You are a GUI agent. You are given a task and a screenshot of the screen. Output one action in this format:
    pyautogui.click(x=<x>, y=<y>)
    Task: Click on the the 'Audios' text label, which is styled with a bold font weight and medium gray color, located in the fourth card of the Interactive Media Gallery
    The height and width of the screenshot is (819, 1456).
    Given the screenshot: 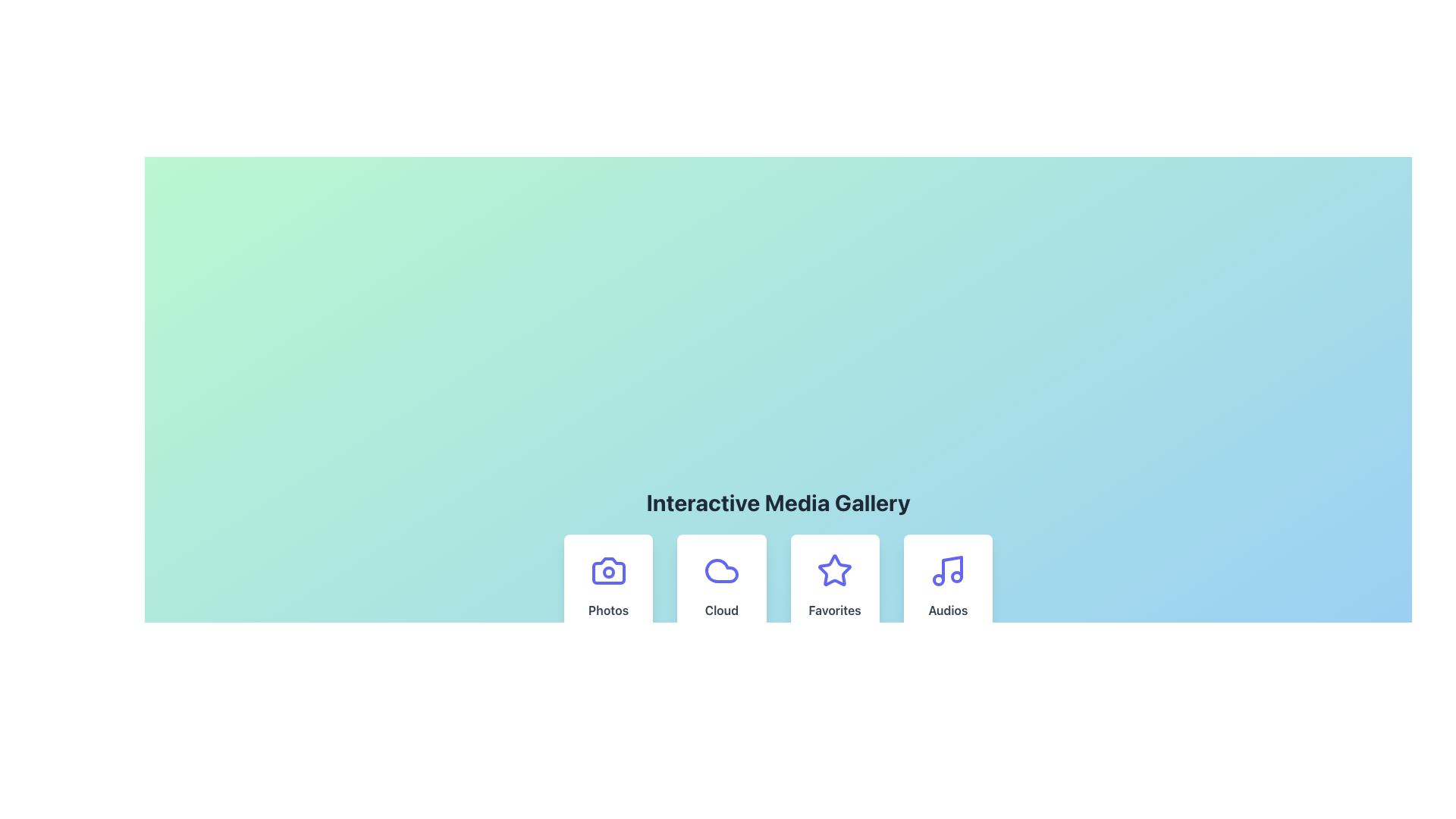 What is the action you would take?
    pyautogui.click(x=947, y=610)
    